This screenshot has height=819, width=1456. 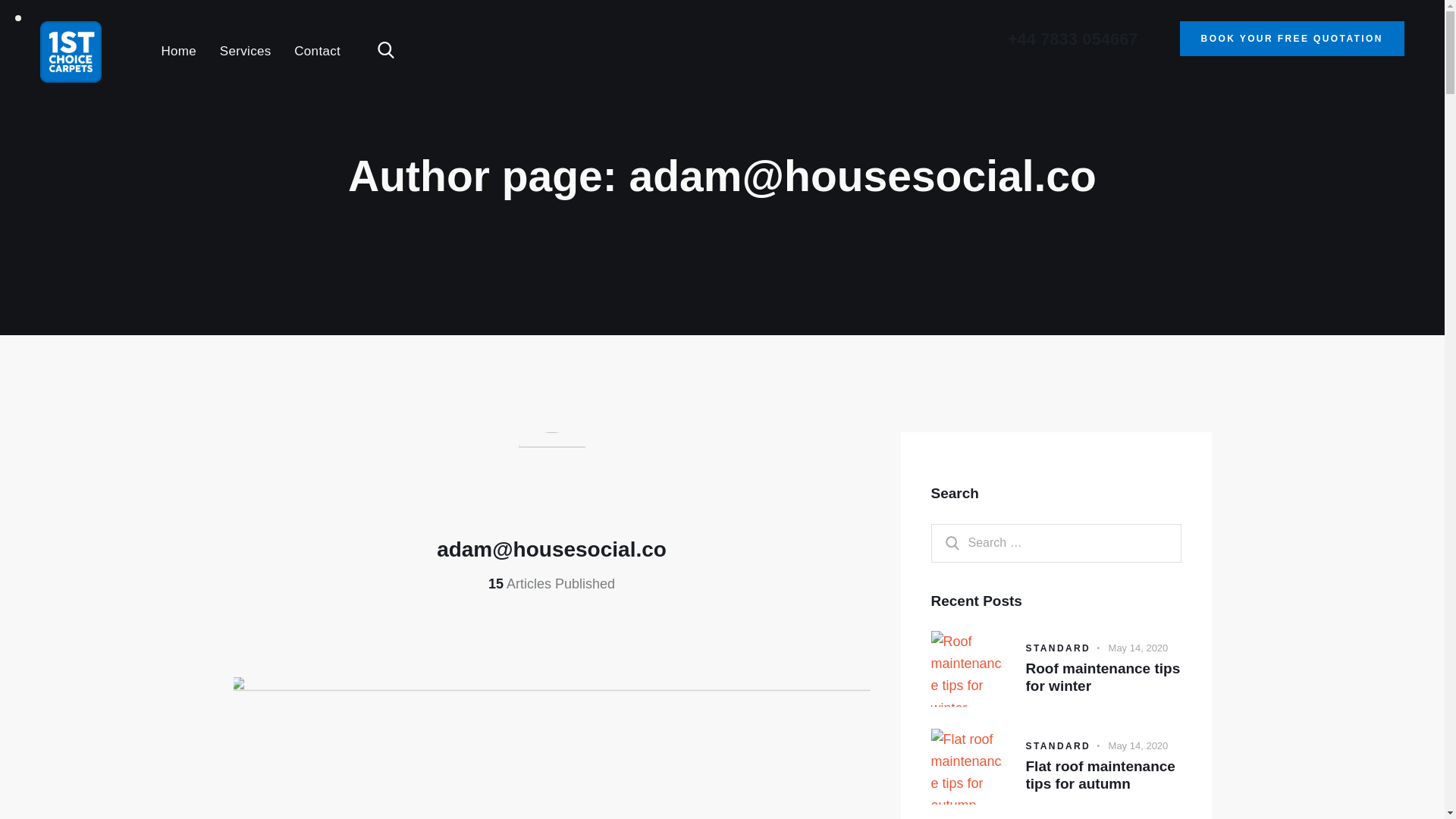 What do you see at coordinates (1103, 775) in the screenshot?
I see `'Flat roof maintenance tips for autumn'` at bounding box center [1103, 775].